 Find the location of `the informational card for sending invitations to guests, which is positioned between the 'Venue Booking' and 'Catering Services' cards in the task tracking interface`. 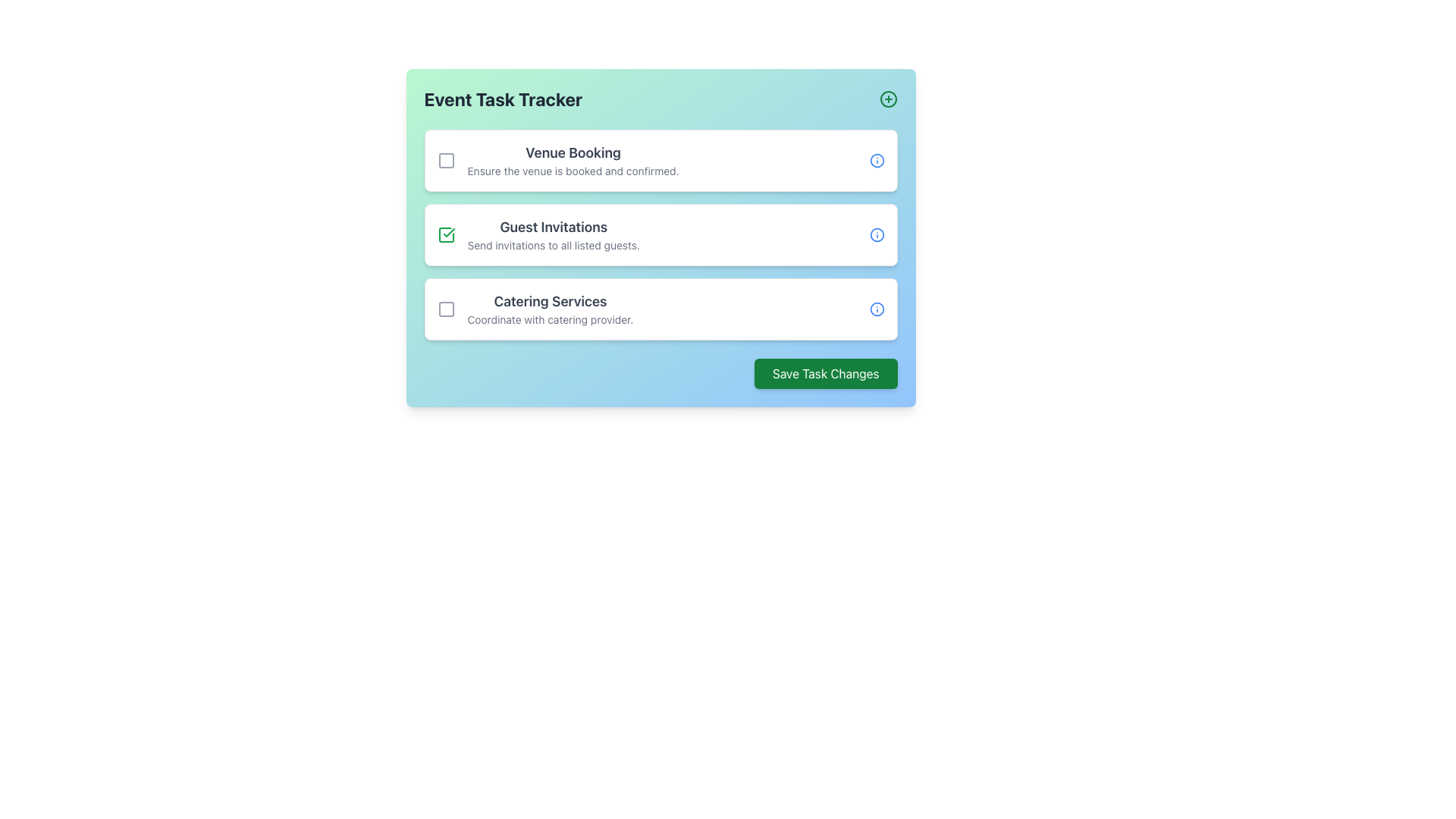

the informational card for sending invitations to guests, which is positioned between the 'Venue Booking' and 'Catering Services' cards in the task tracking interface is located at coordinates (661, 234).